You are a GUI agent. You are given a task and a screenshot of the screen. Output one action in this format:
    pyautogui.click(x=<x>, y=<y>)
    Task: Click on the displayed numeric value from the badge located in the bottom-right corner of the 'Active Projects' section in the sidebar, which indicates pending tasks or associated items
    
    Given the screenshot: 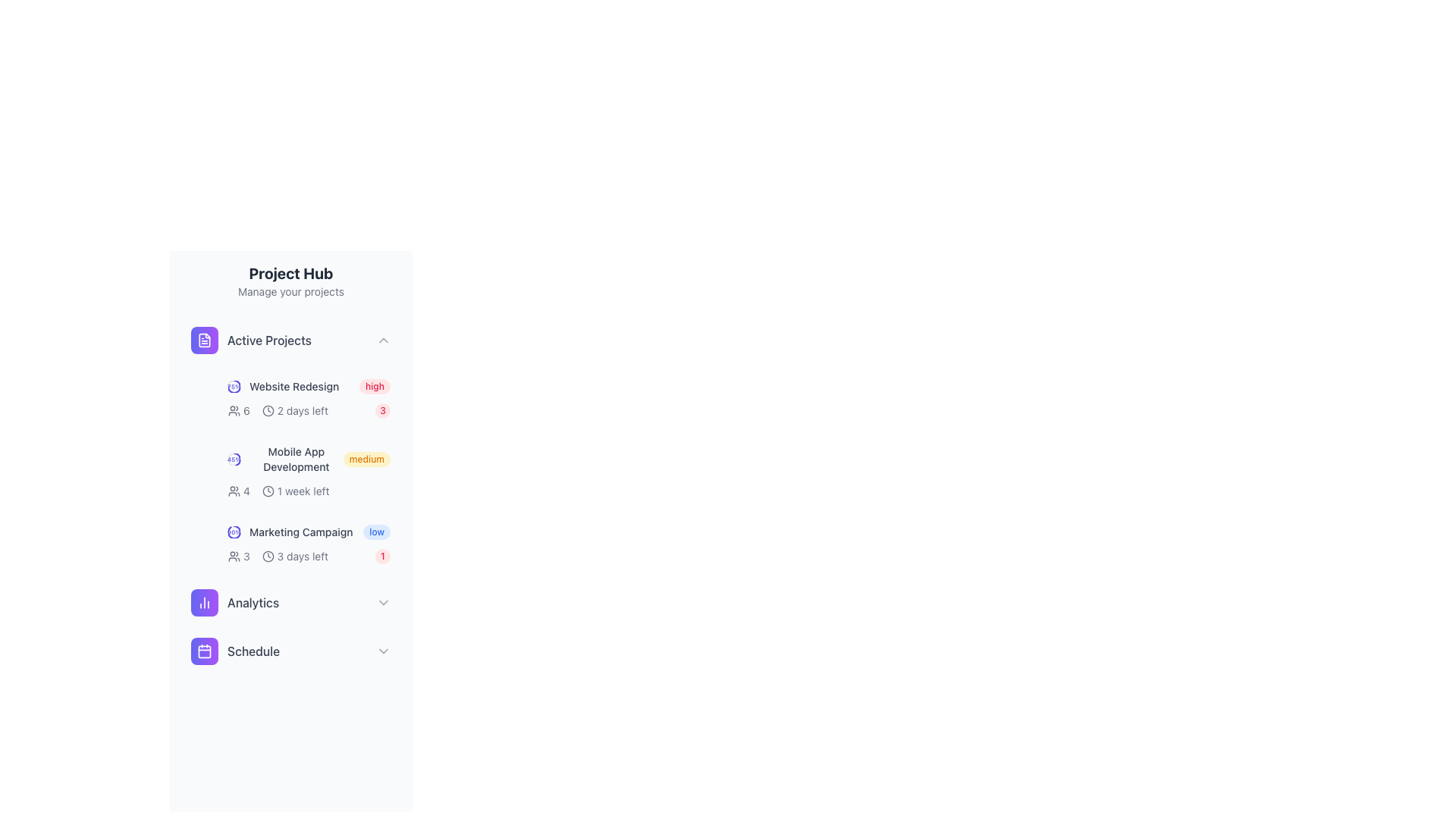 What is the action you would take?
    pyautogui.click(x=382, y=411)
    